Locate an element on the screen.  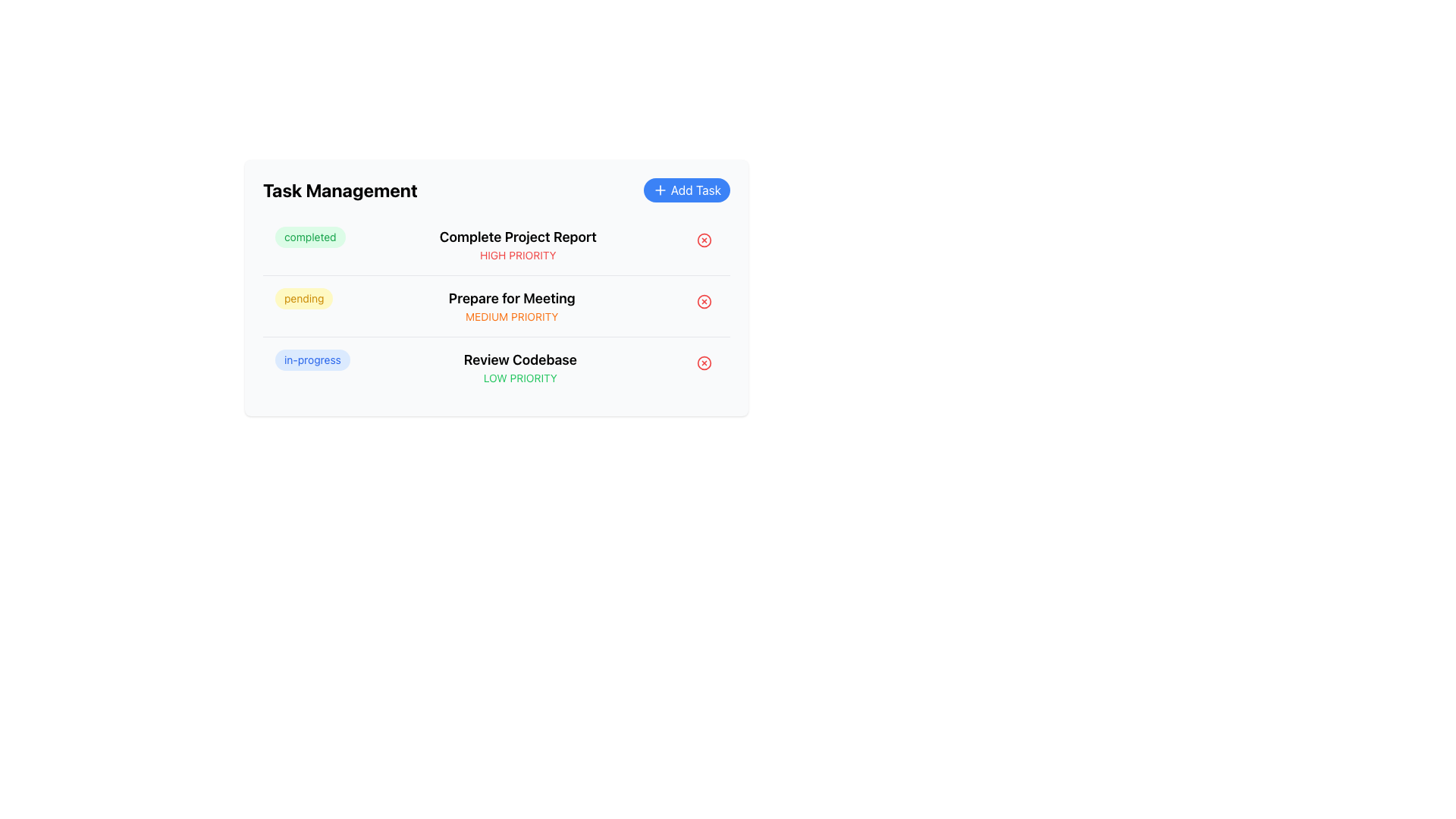
the task addition icon located to the left of the 'Add Task' button at the top-right corner of the task management interface is located at coordinates (660, 189).